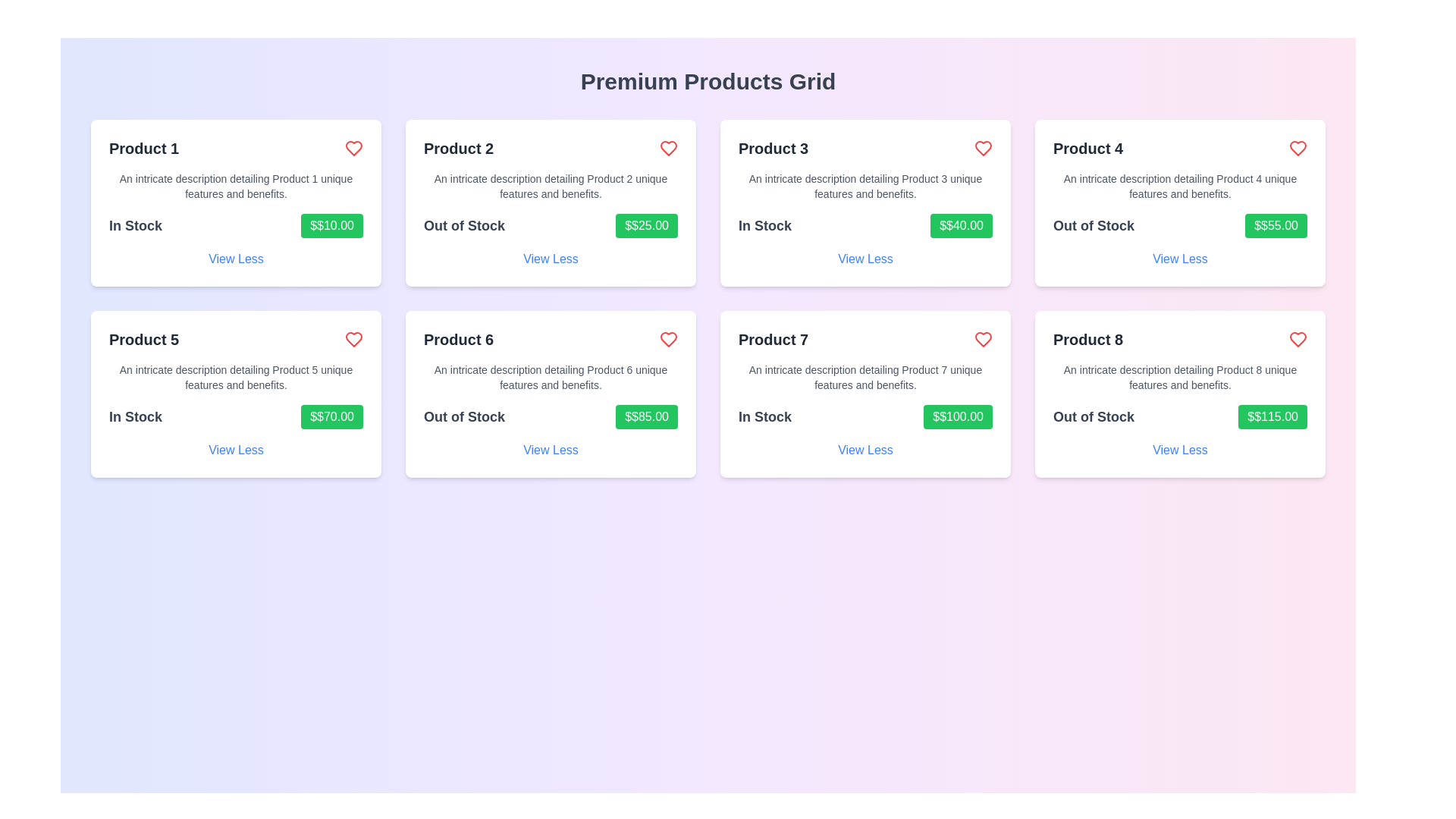 The width and height of the screenshot is (1456, 819). Describe the element at coordinates (865, 186) in the screenshot. I see `the text display element that shows the description for 'Product 3', which is styled with small gray text reading: 'An intricate description detailing Product 3 unique features and benefits.'` at that location.